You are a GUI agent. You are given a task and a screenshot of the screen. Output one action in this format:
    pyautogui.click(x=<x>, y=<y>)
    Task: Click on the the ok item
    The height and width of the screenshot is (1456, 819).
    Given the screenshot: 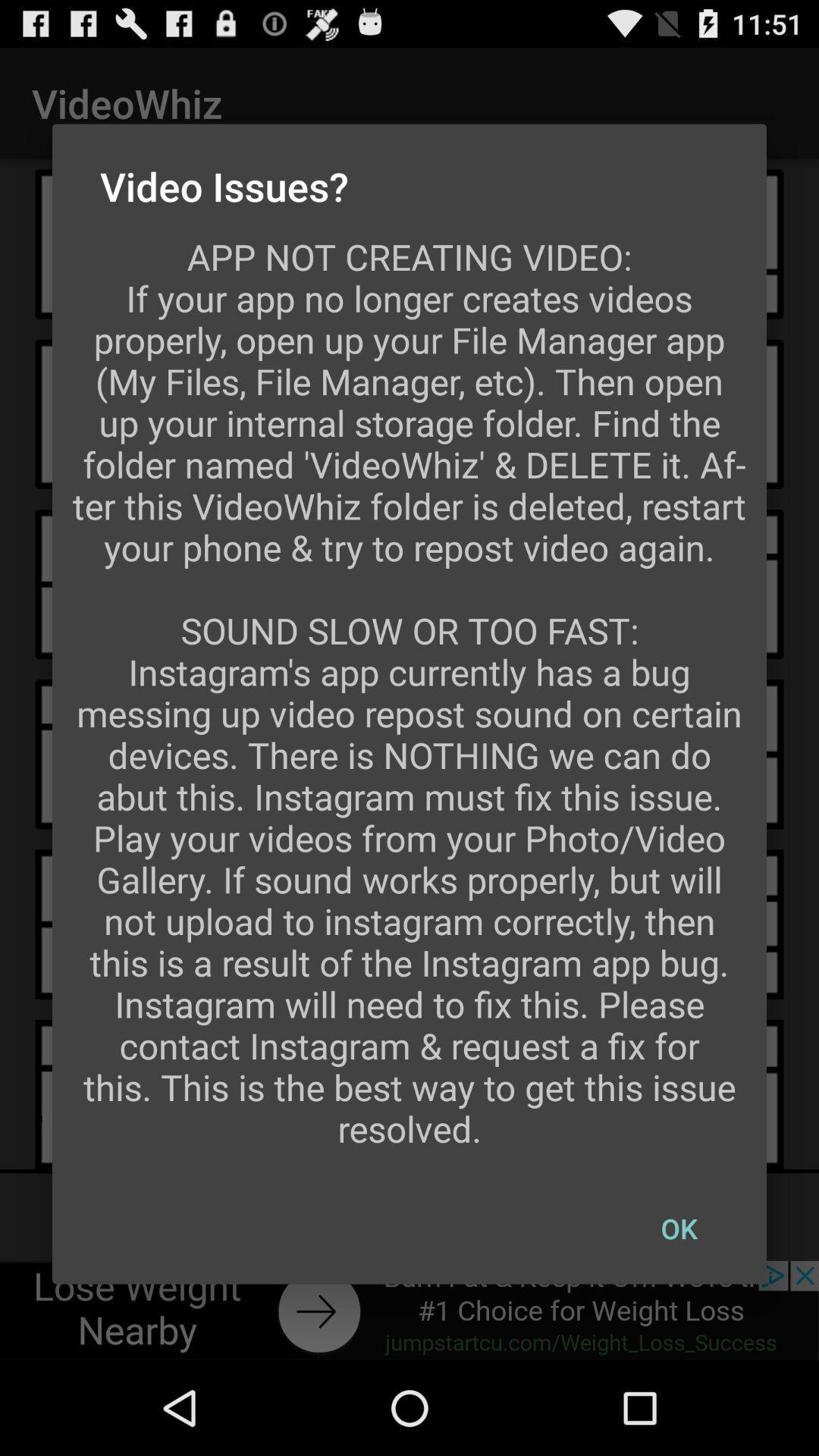 What is the action you would take?
    pyautogui.click(x=678, y=1228)
    